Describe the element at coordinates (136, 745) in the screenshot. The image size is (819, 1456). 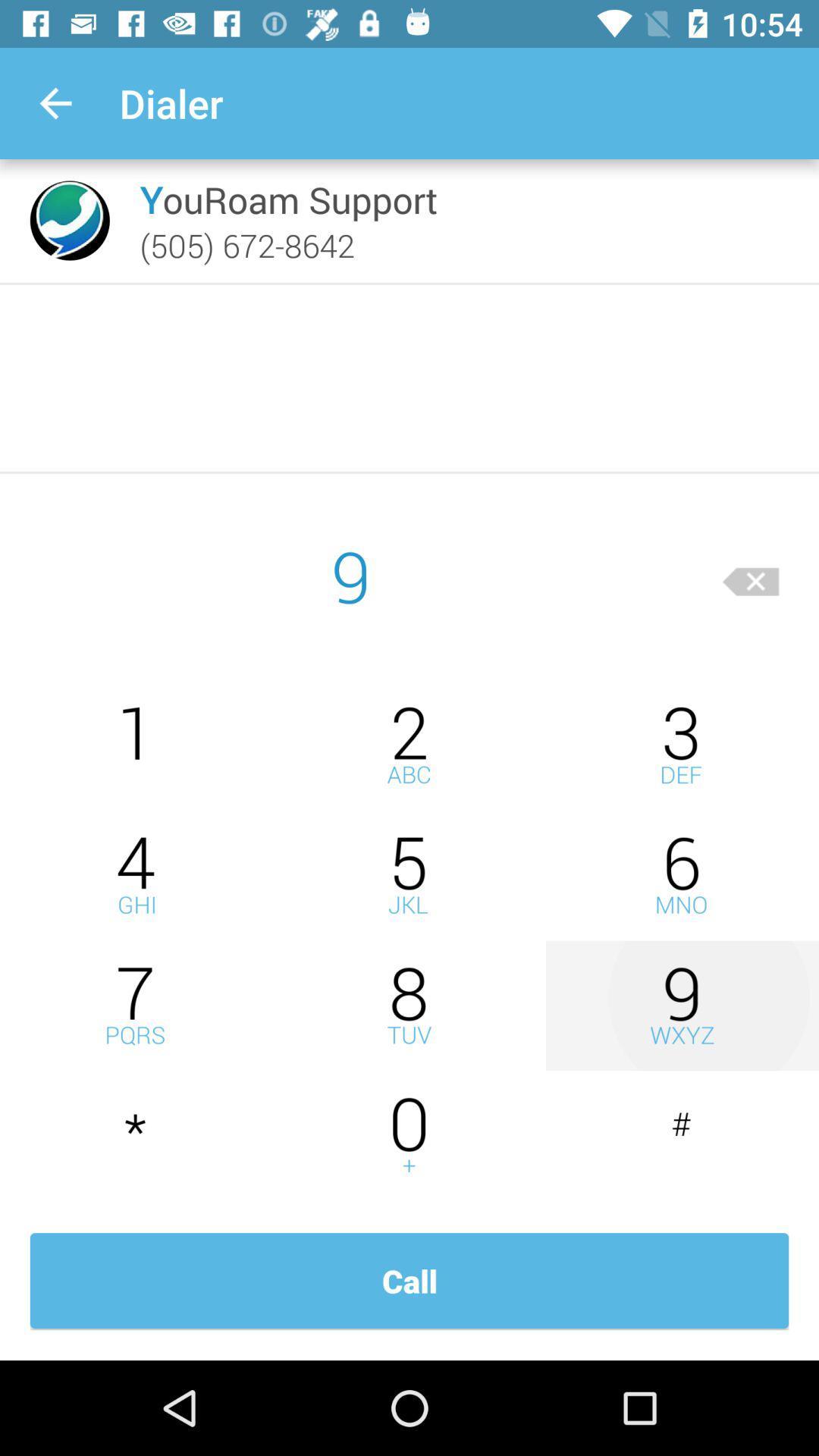
I see `press 1` at that location.